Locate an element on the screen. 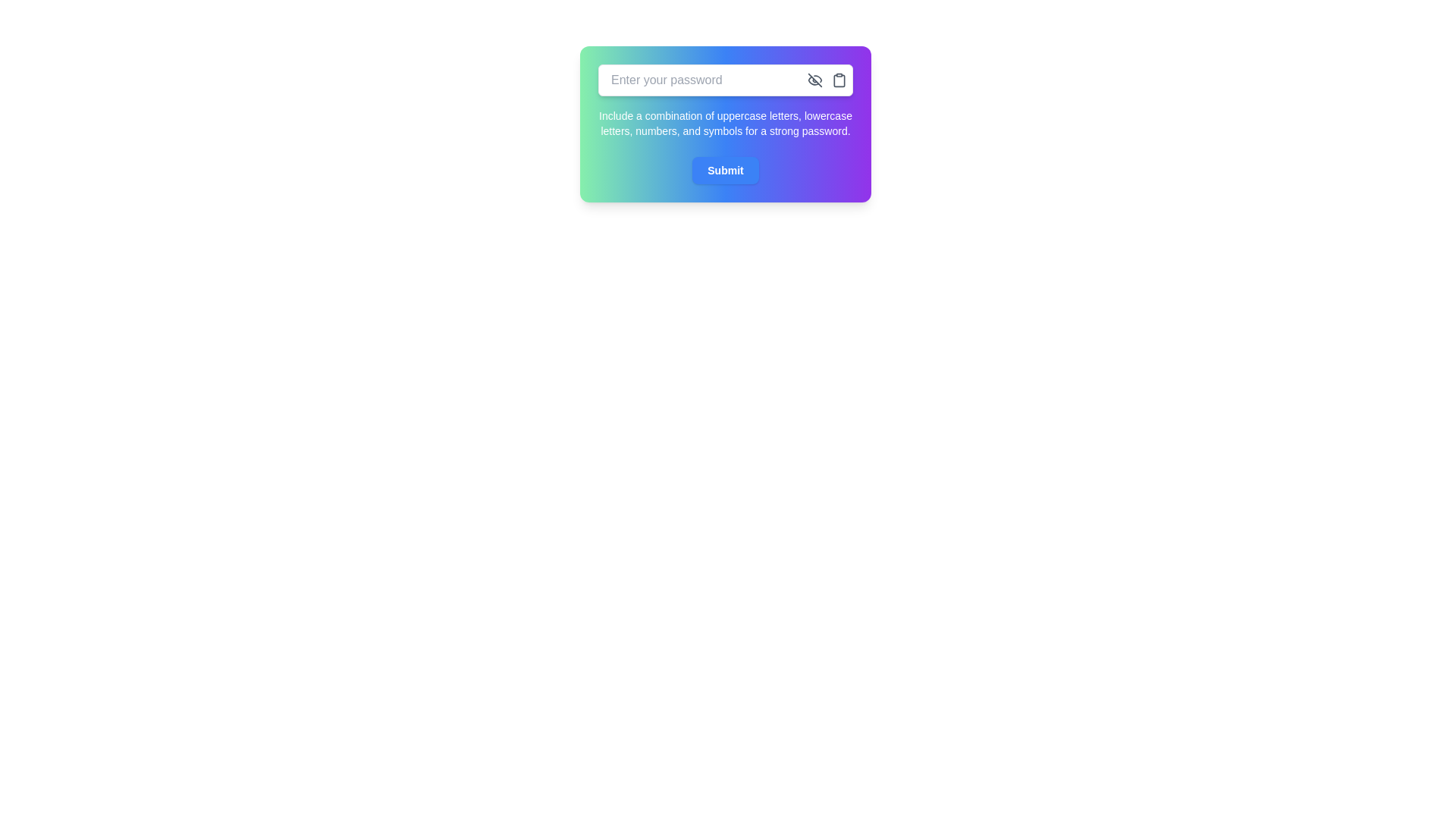 This screenshot has width=1456, height=819. the password visibility toggle button located at the right side of the password input field is located at coordinates (814, 80).